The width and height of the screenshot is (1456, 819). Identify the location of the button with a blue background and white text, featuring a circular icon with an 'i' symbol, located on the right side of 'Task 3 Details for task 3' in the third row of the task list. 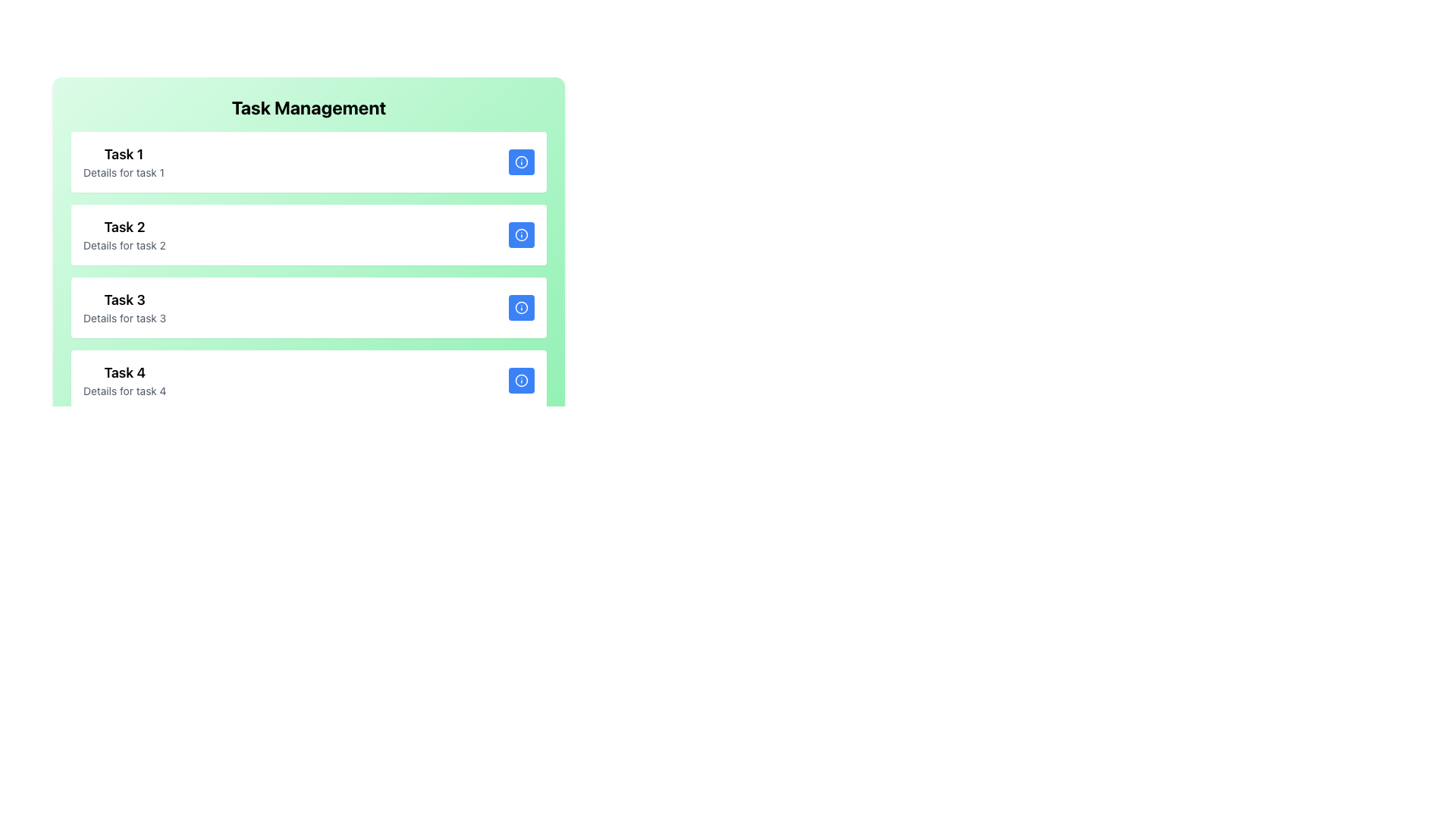
(521, 307).